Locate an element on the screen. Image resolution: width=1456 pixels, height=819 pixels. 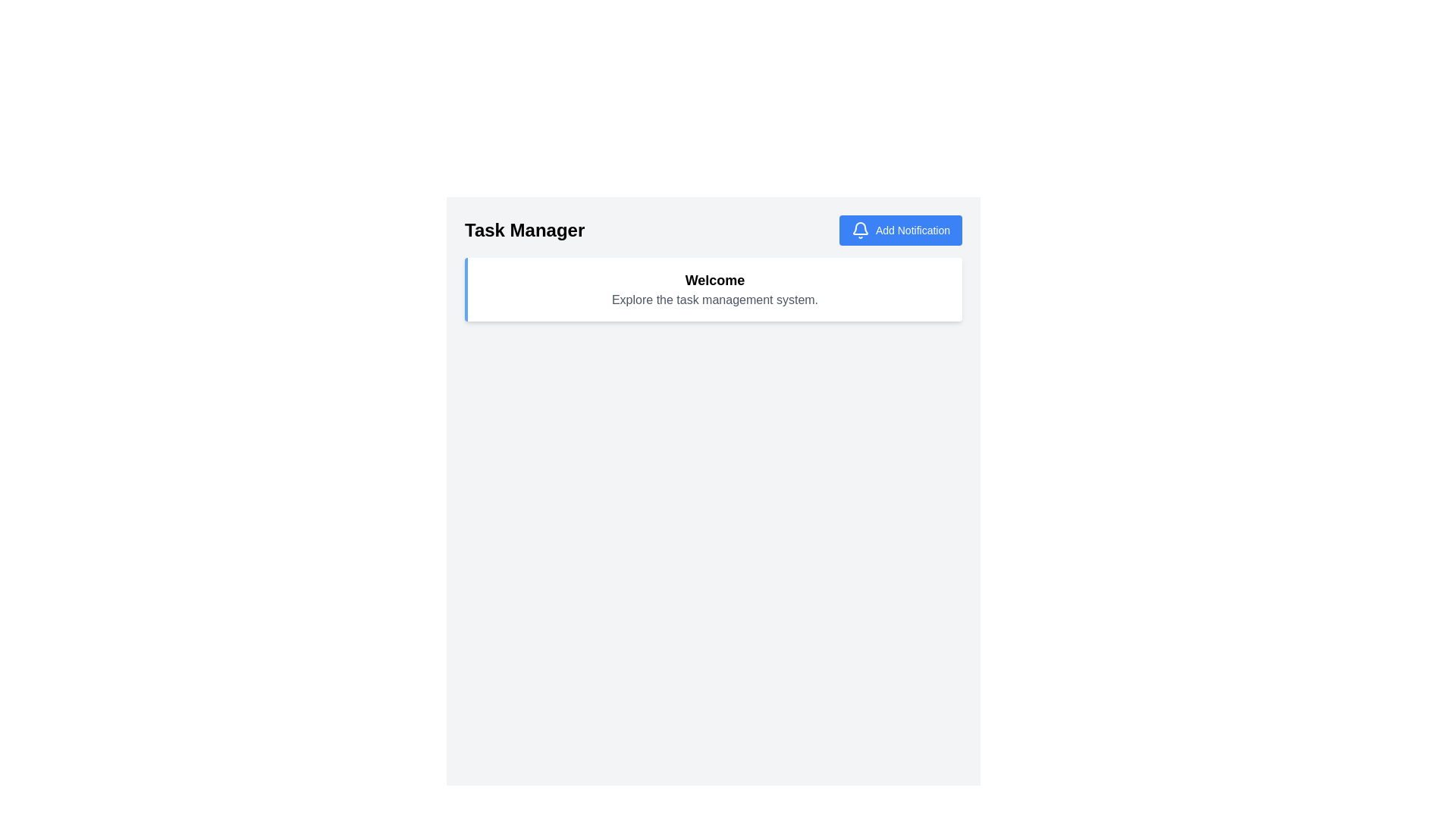
the lower portion of the bell-shaped notification icon located at the right end of the top bar in the interface is located at coordinates (860, 228).